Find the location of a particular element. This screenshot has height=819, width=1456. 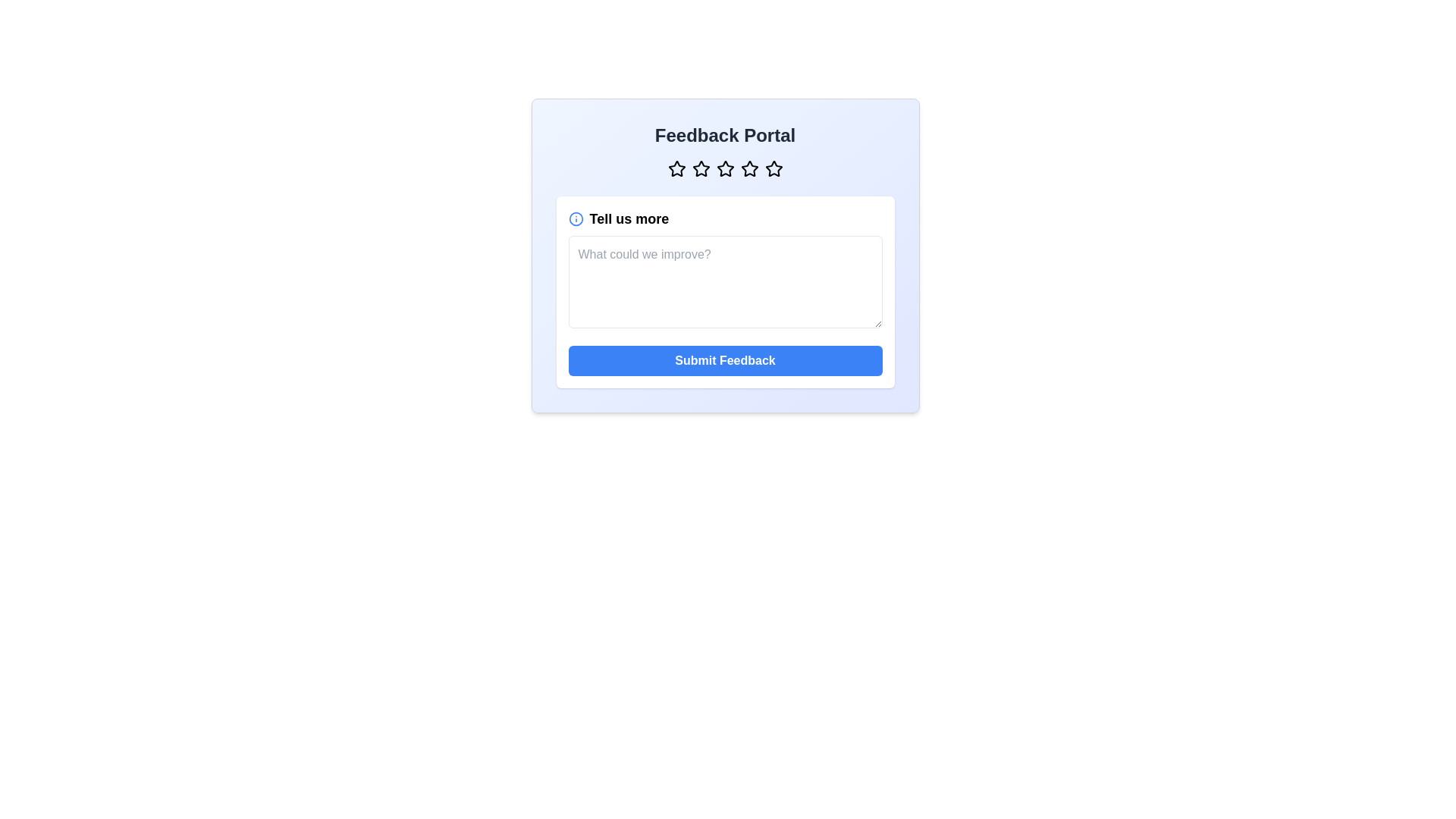

the highlighted third star in the rating component of the feedback form, which has a black fill and a thin white border, located centrally below the 'Feedback Portal' title is located at coordinates (700, 168).